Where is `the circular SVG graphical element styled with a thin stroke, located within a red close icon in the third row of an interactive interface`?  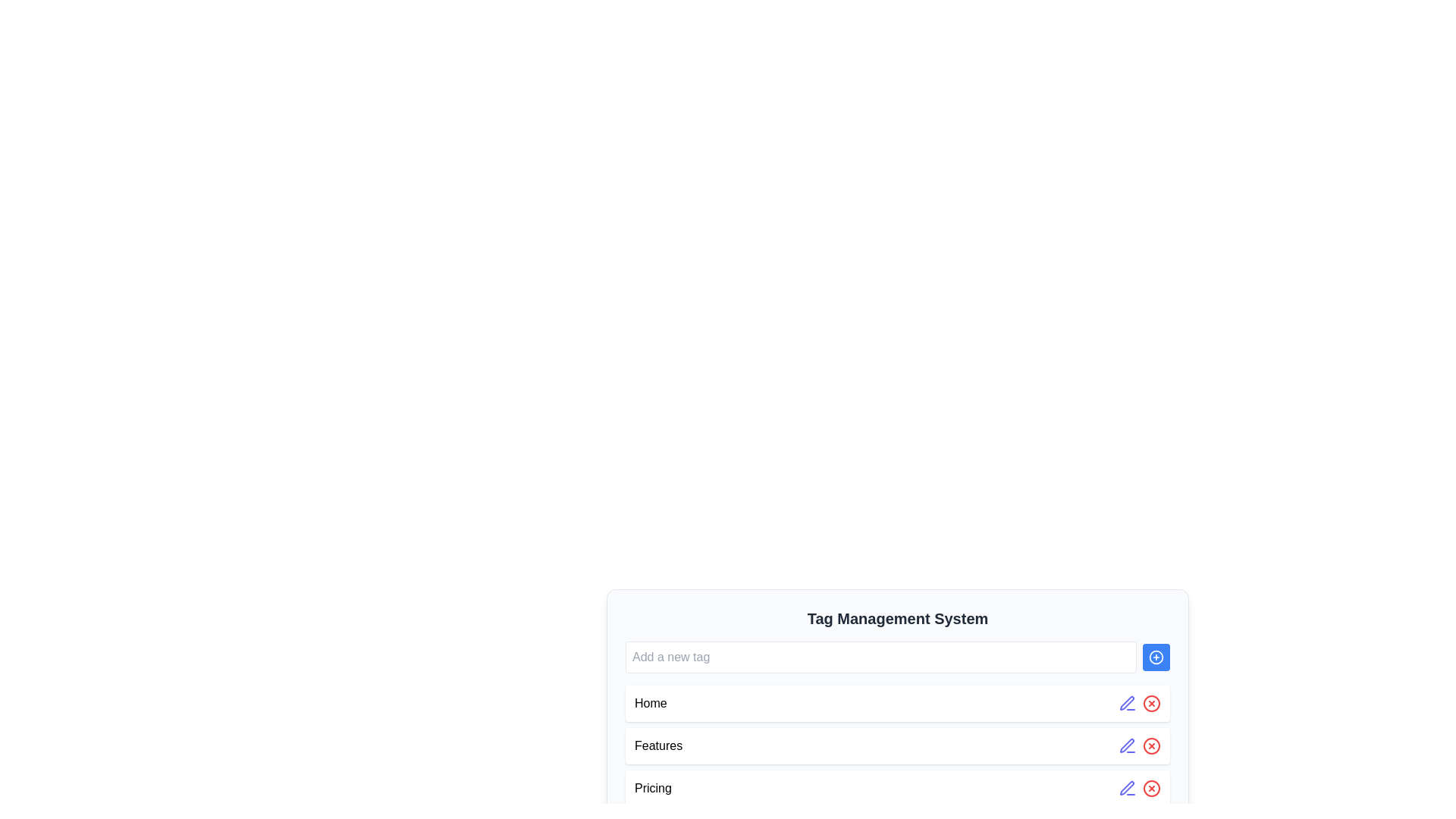 the circular SVG graphical element styled with a thin stroke, located within a red close icon in the third row of an interactive interface is located at coordinates (1151, 788).